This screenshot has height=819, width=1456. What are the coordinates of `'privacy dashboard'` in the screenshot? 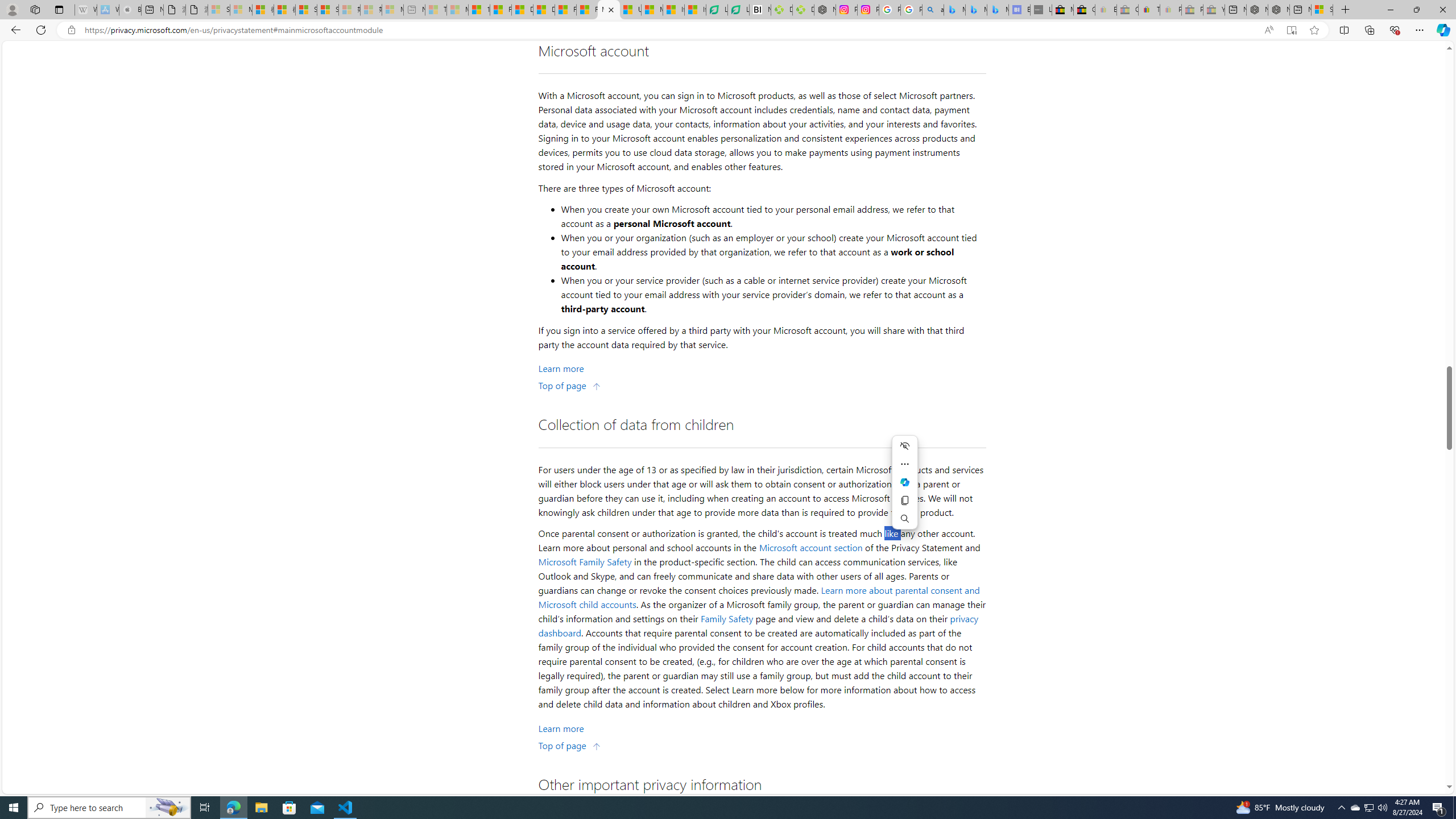 It's located at (758, 625).